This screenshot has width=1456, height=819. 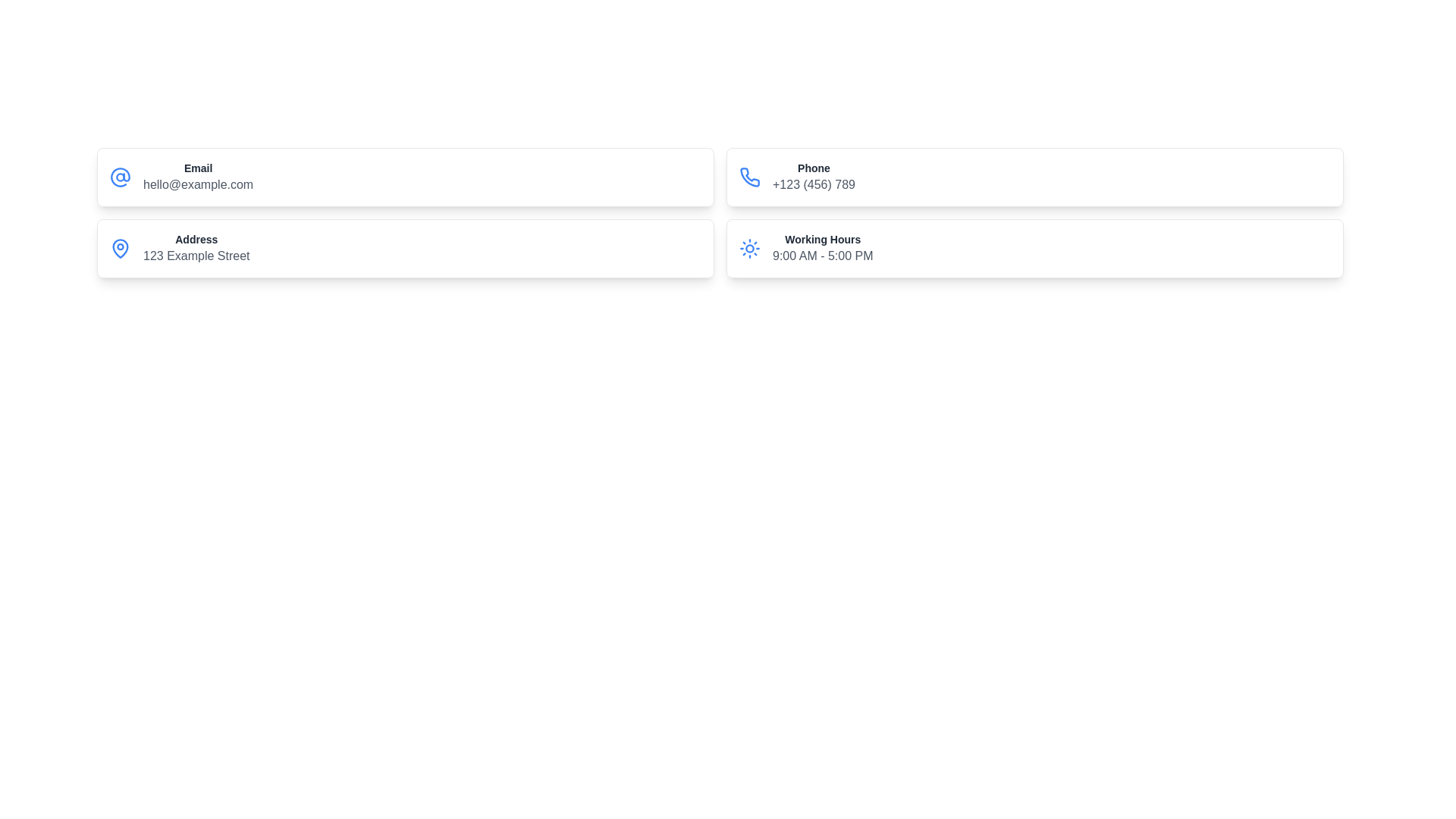 What do you see at coordinates (813, 168) in the screenshot?
I see `the text label that serves as the title for the phone contact information, located in the top-right quadrant of the page` at bounding box center [813, 168].